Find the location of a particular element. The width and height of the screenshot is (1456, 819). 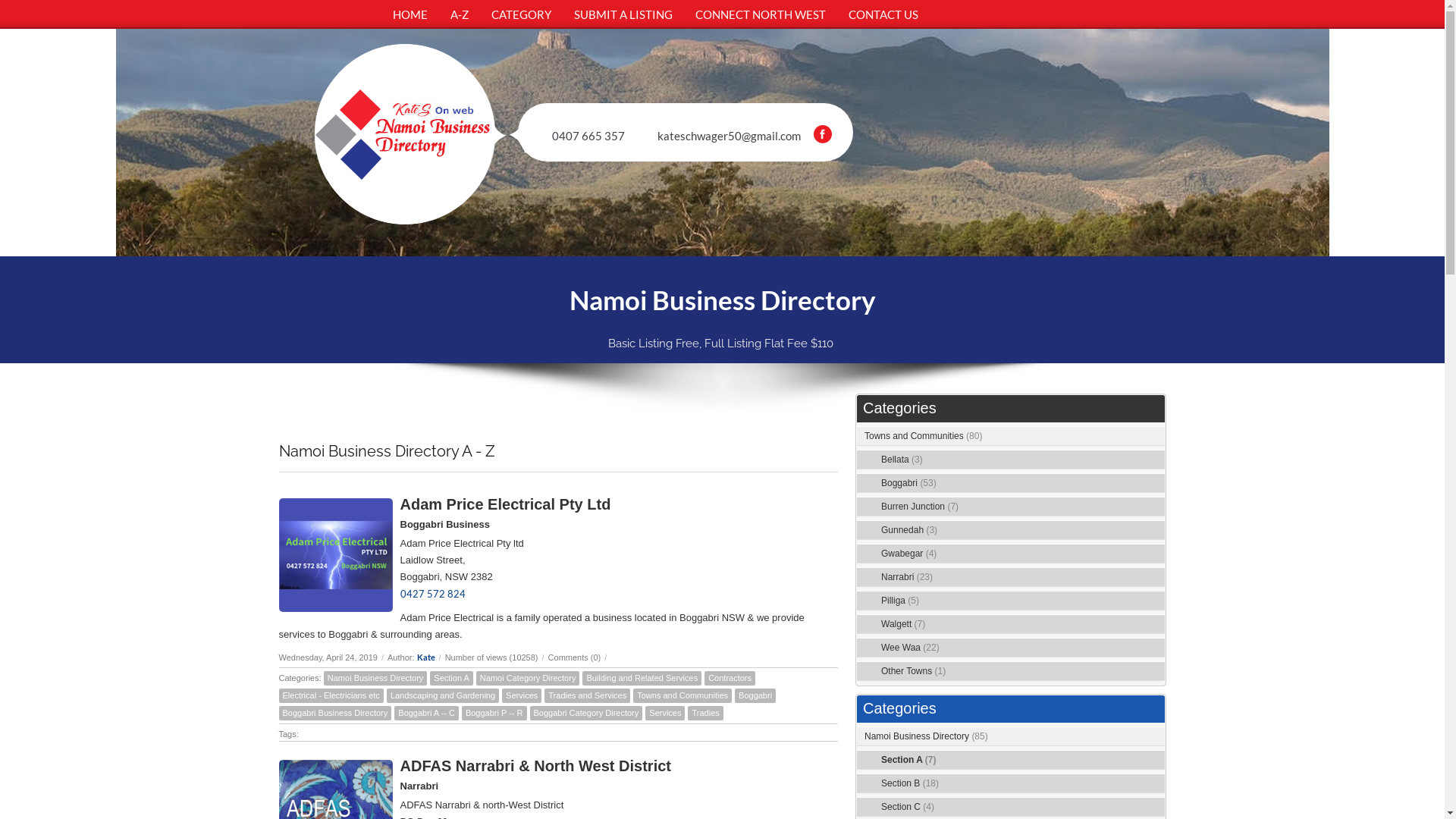

'Boggabri (53)' is located at coordinates (908, 482).